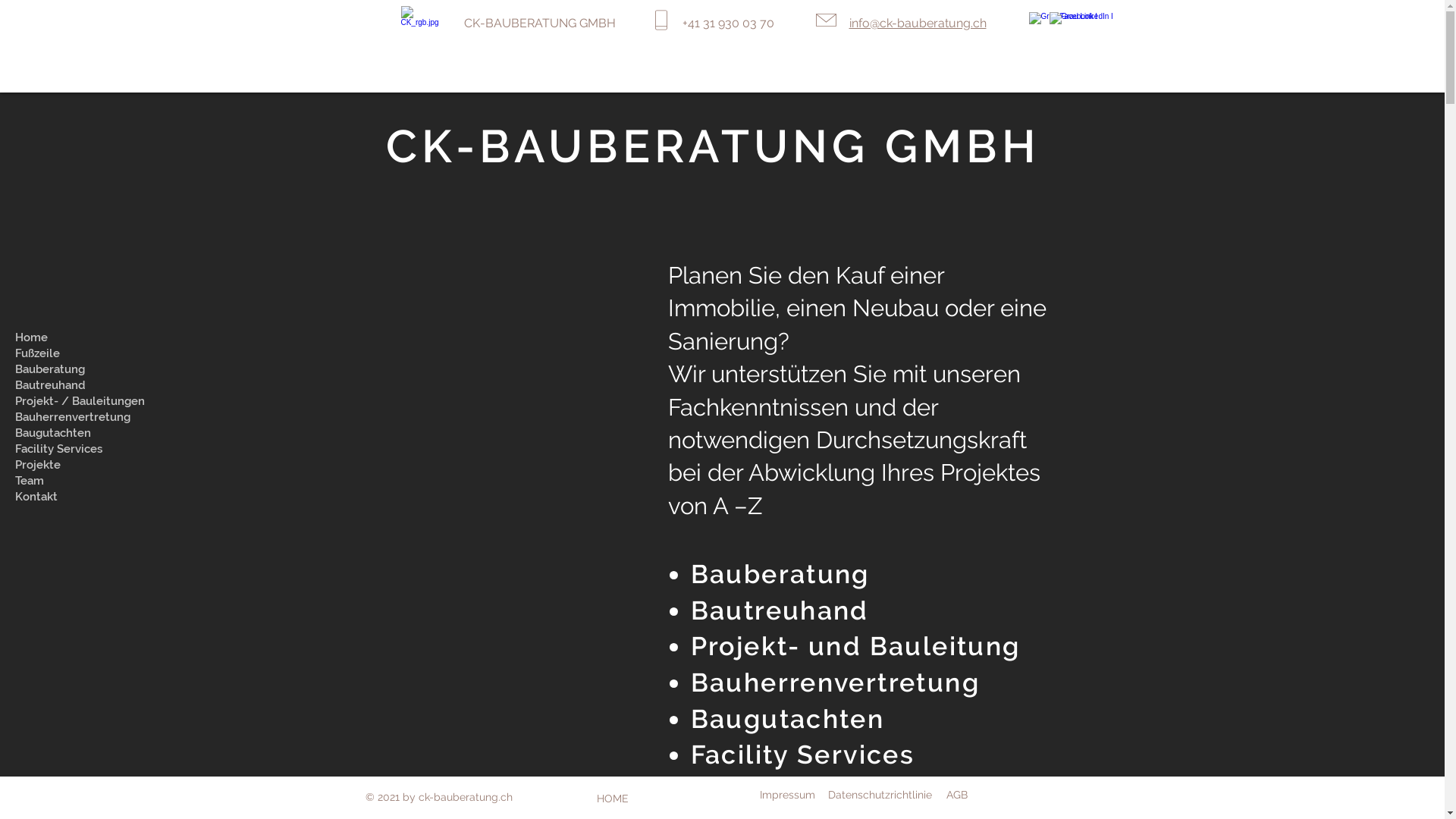  I want to click on 'Bauherrenvertretung', so click(834, 681).